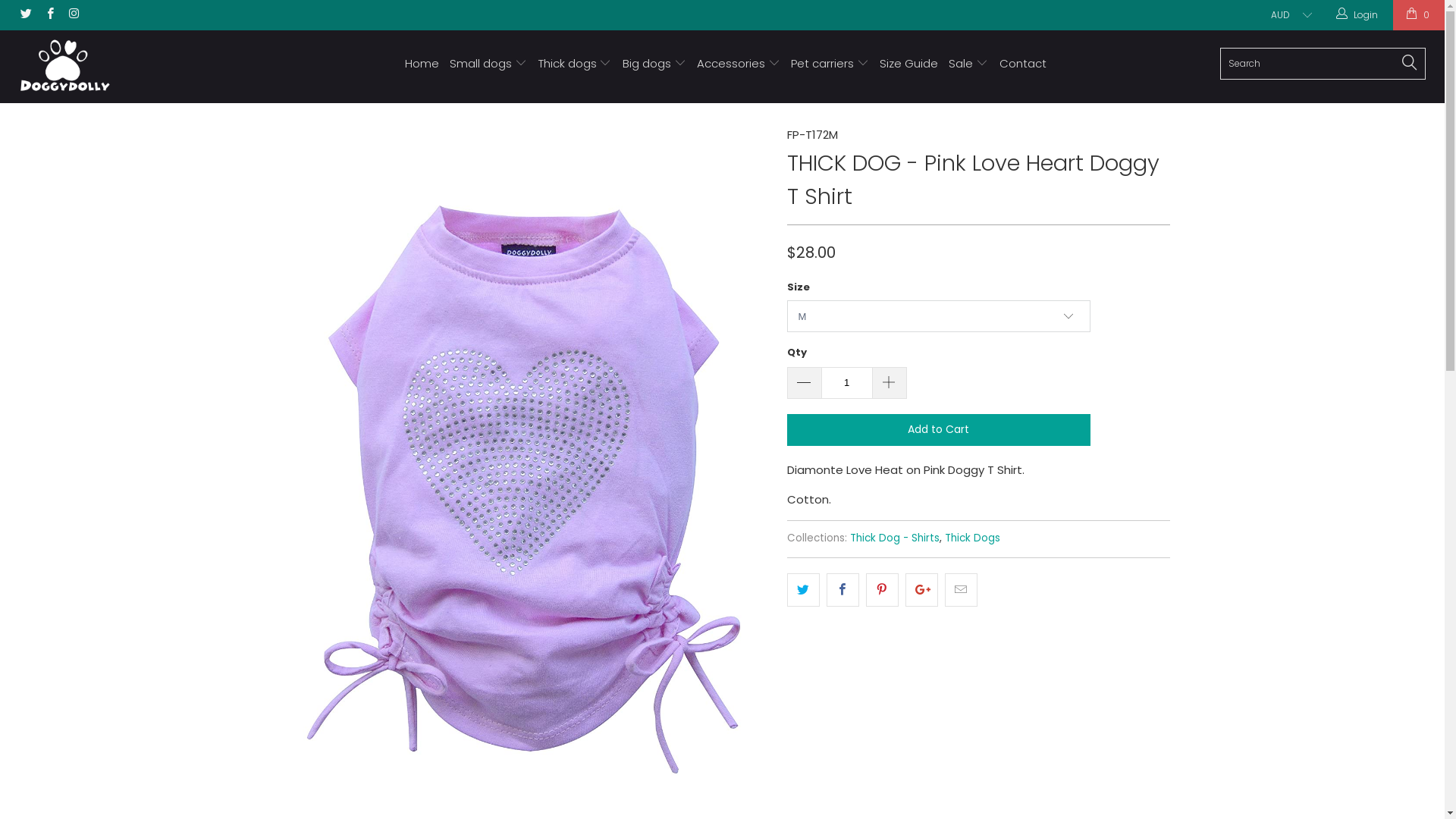 The image size is (1456, 819). What do you see at coordinates (574, 63) in the screenshot?
I see `'Thick dogs'` at bounding box center [574, 63].